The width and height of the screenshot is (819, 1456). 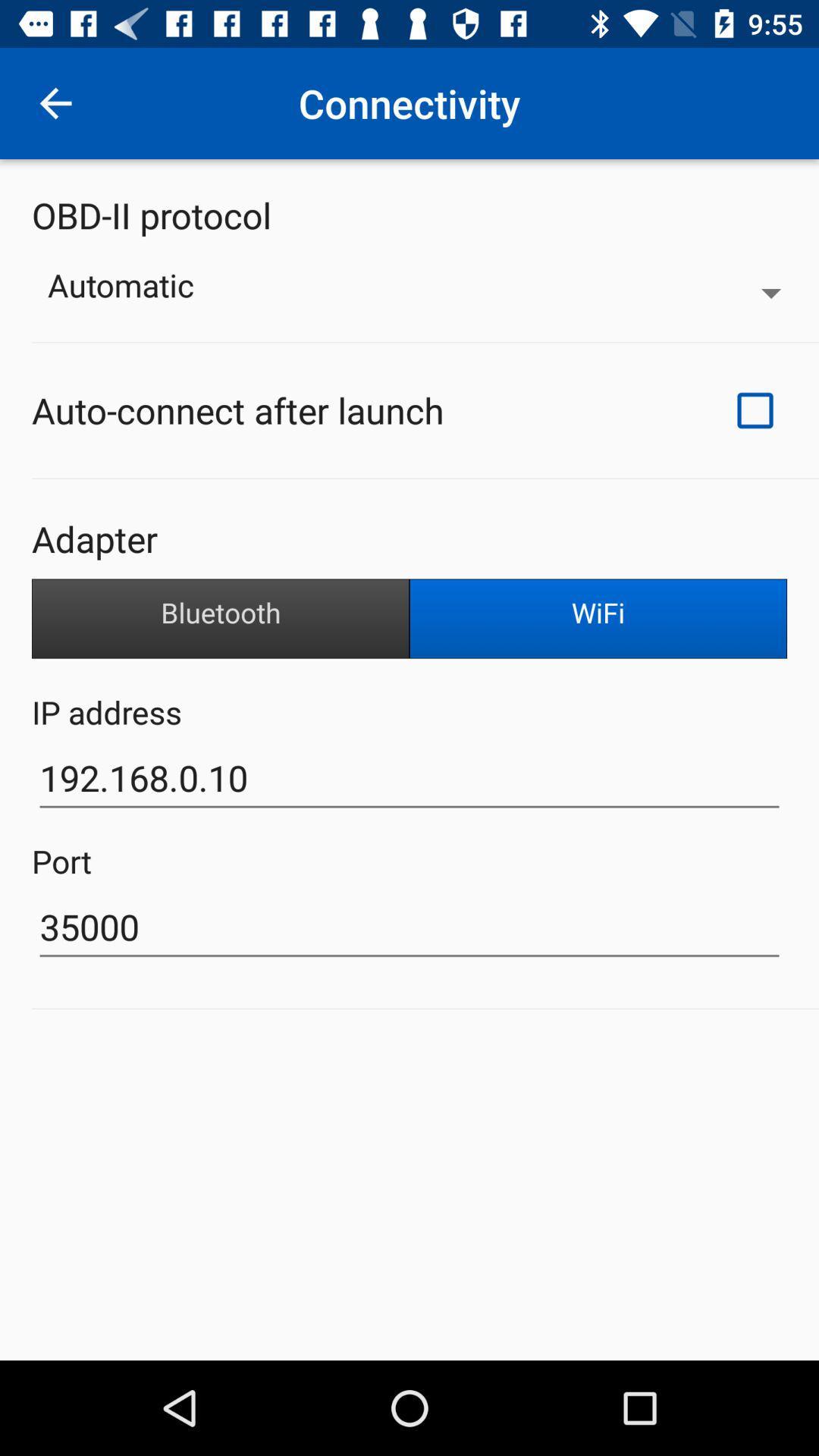 I want to click on check option for auto-connect, so click(x=755, y=410).